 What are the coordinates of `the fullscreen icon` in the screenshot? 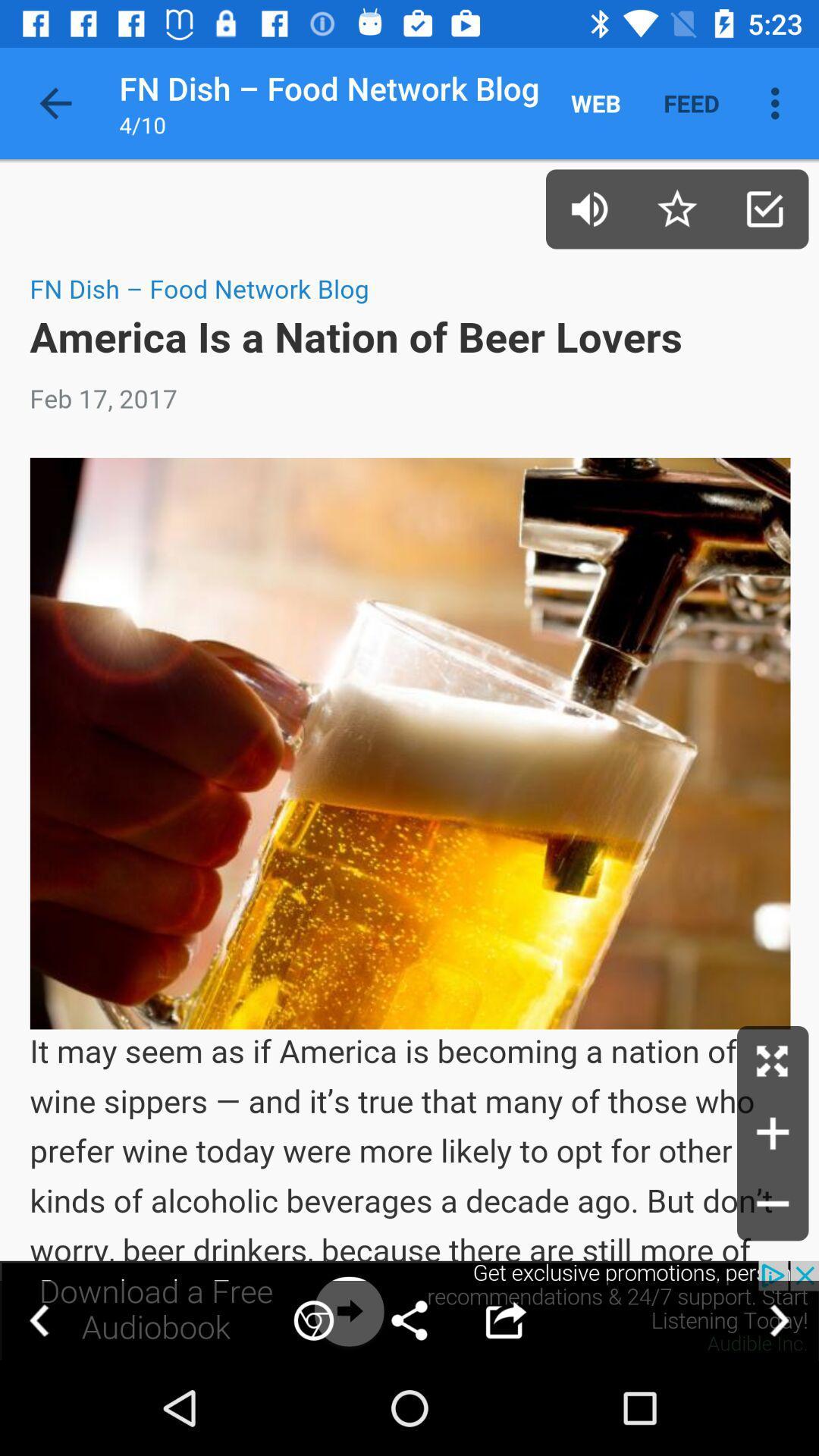 It's located at (773, 1061).